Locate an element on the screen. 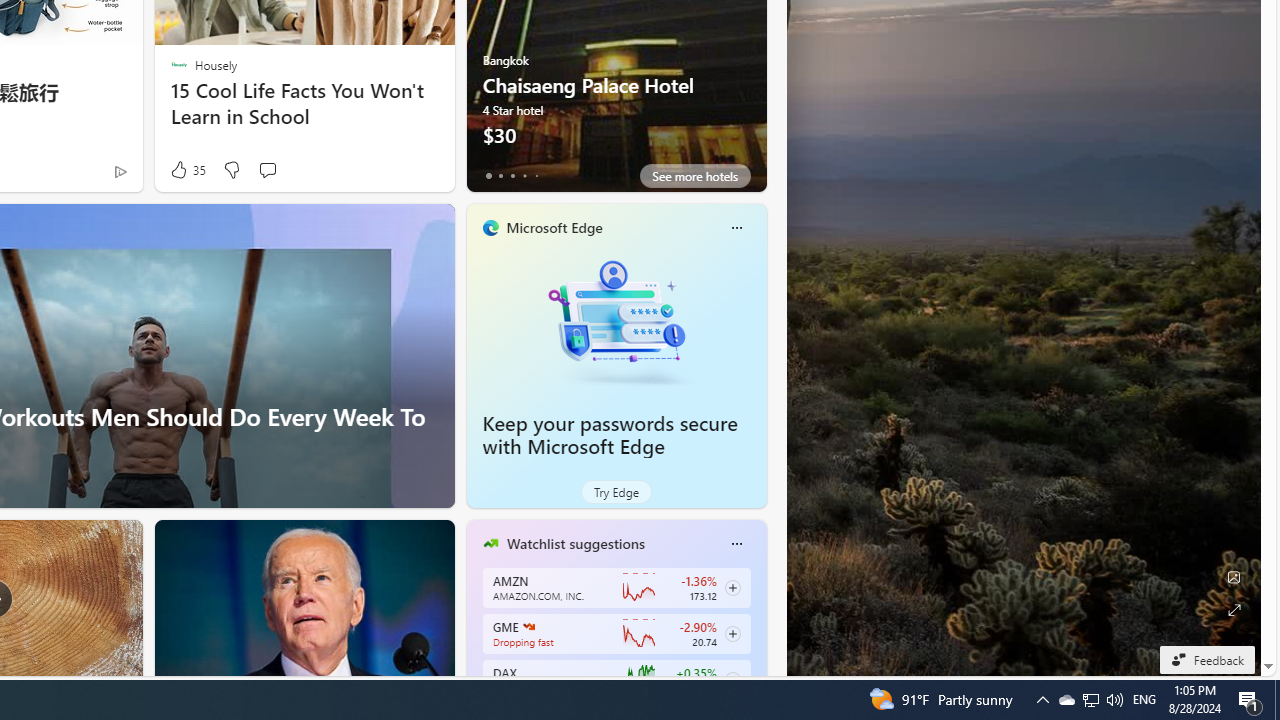 This screenshot has height=720, width=1280. 'Class: icon-img' is located at coordinates (735, 543).